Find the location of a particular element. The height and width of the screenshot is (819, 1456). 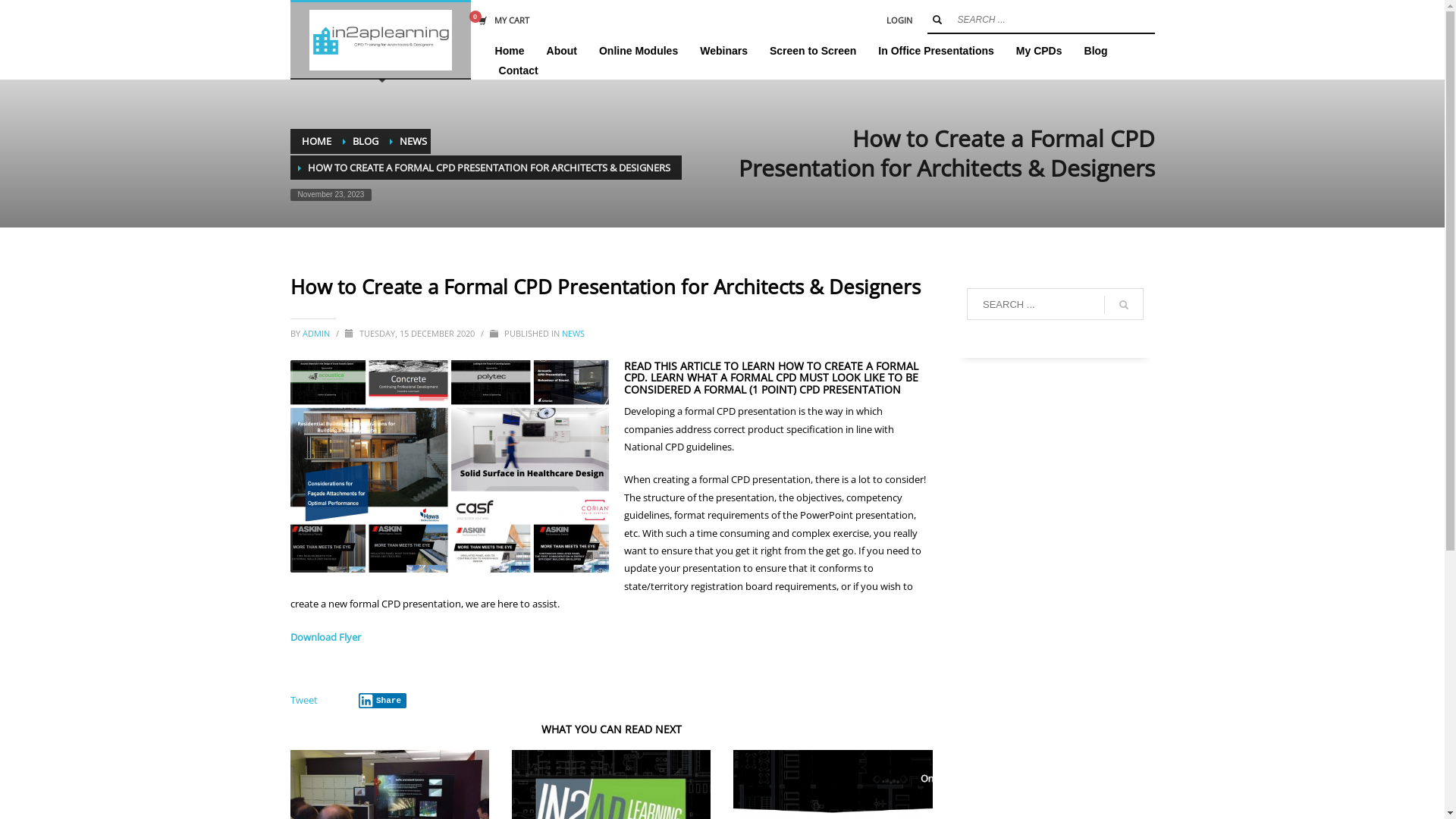

'LOGIN' is located at coordinates (899, 20).